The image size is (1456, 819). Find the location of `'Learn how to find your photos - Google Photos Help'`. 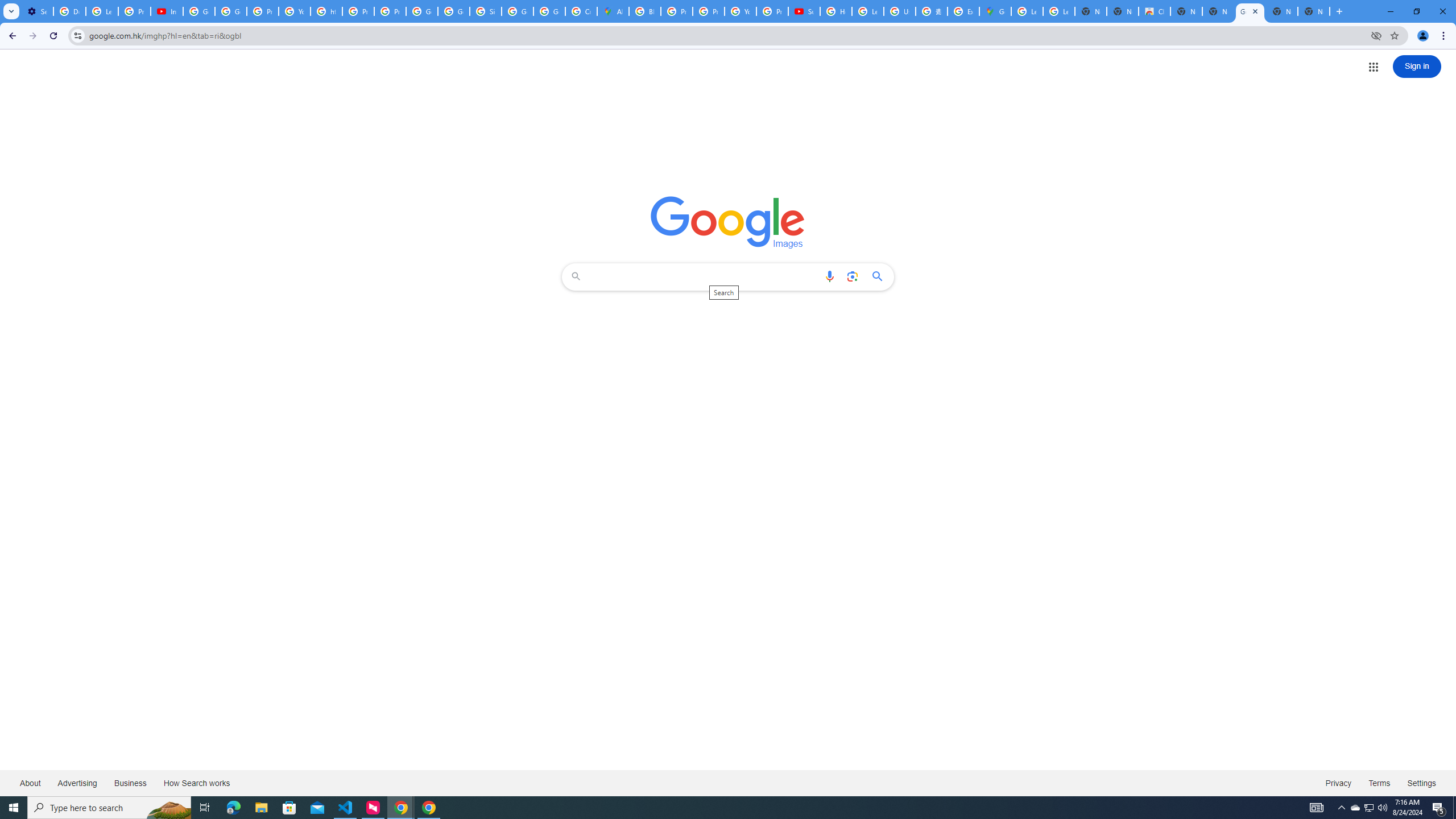

'Learn how to find your photos - Google Photos Help' is located at coordinates (102, 11).